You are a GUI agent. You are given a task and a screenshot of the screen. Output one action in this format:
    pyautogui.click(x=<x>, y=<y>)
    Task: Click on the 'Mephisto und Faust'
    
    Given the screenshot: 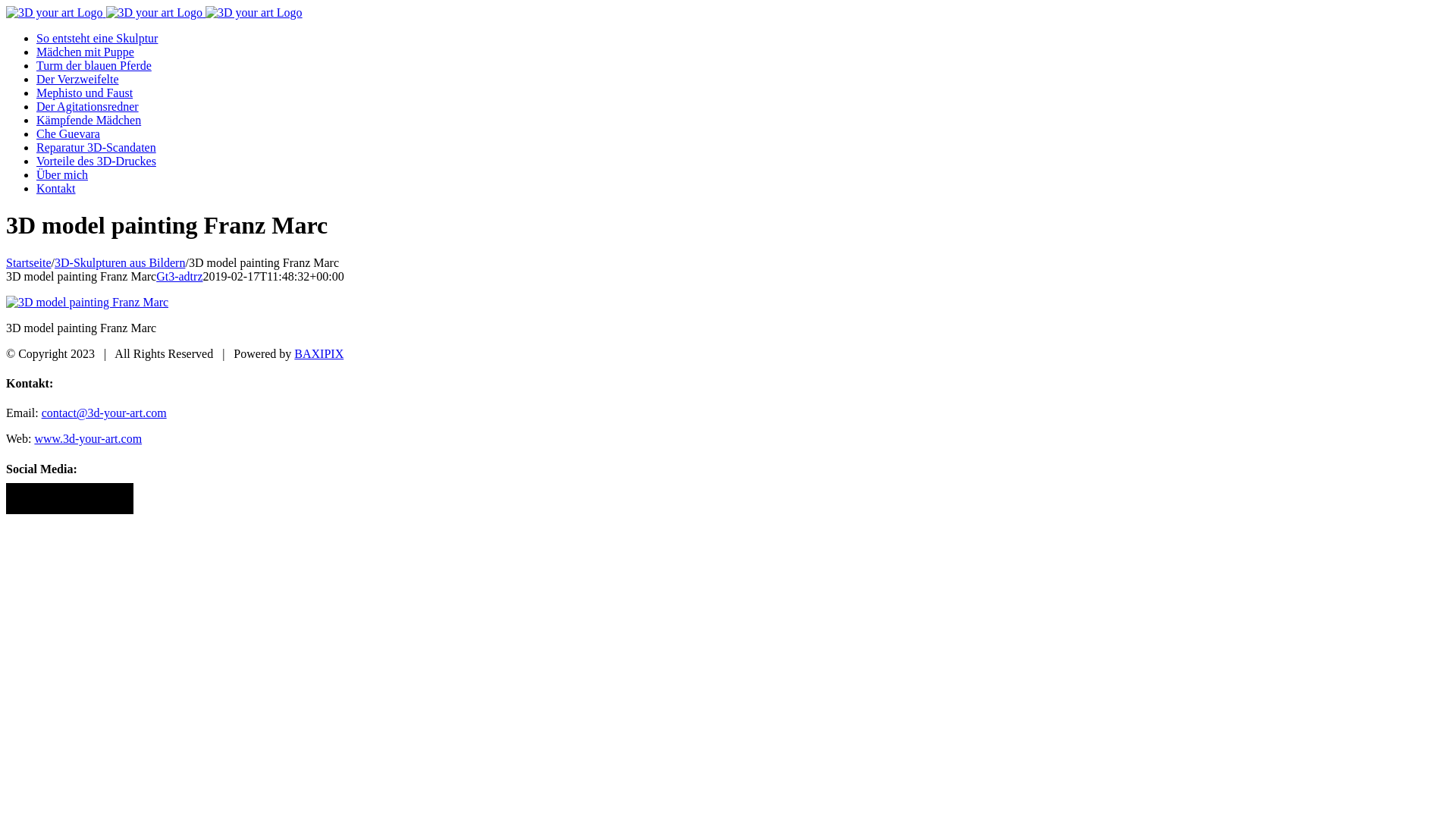 What is the action you would take?
    pyautogui.click(x=36, y=93)
    